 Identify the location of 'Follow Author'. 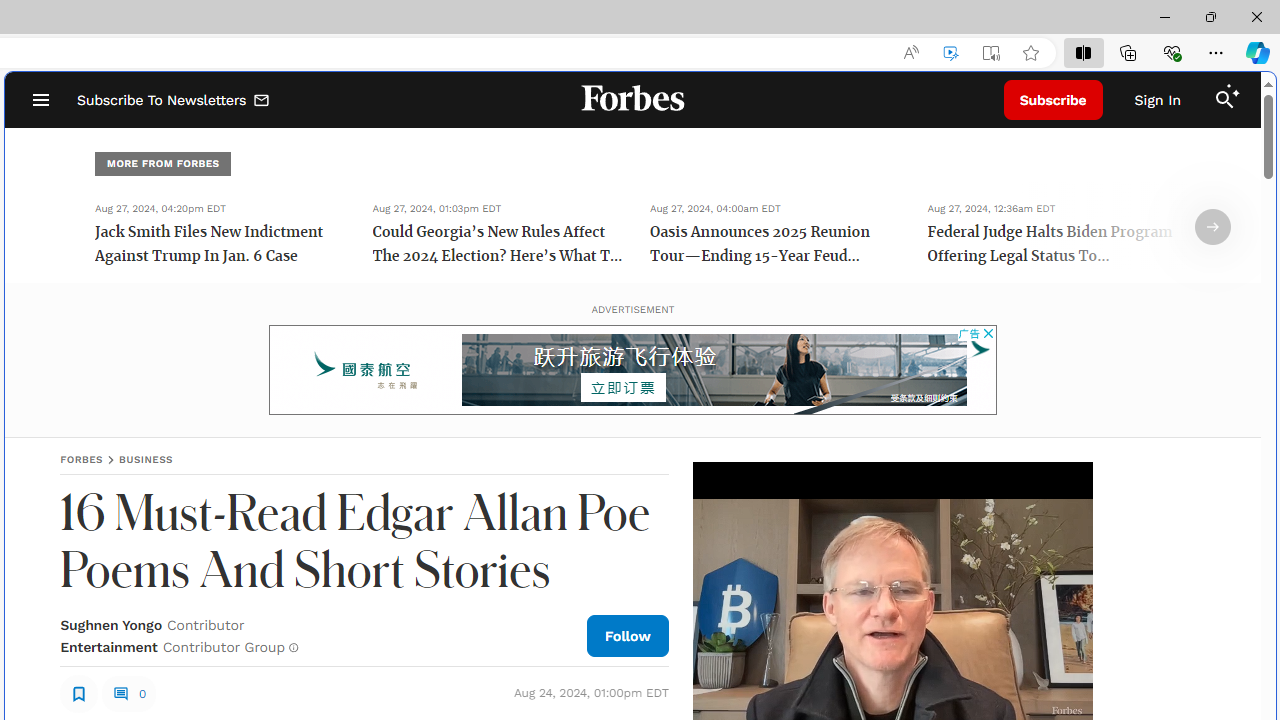
(626, 635).